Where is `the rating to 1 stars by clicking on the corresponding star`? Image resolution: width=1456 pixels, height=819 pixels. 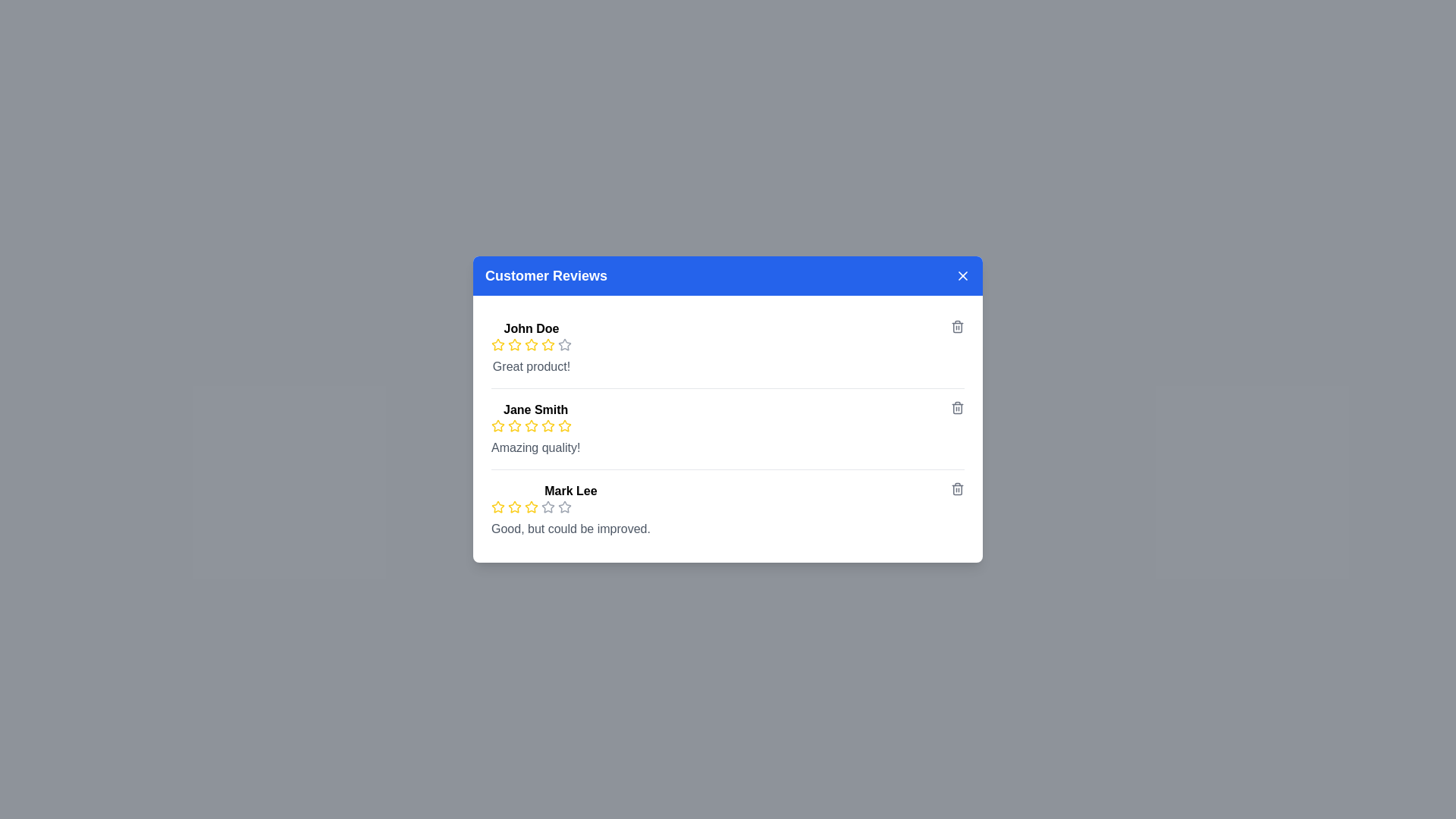
the rating to 1 stars by clicking on the corresponding star is located at coordinates (498, 345).